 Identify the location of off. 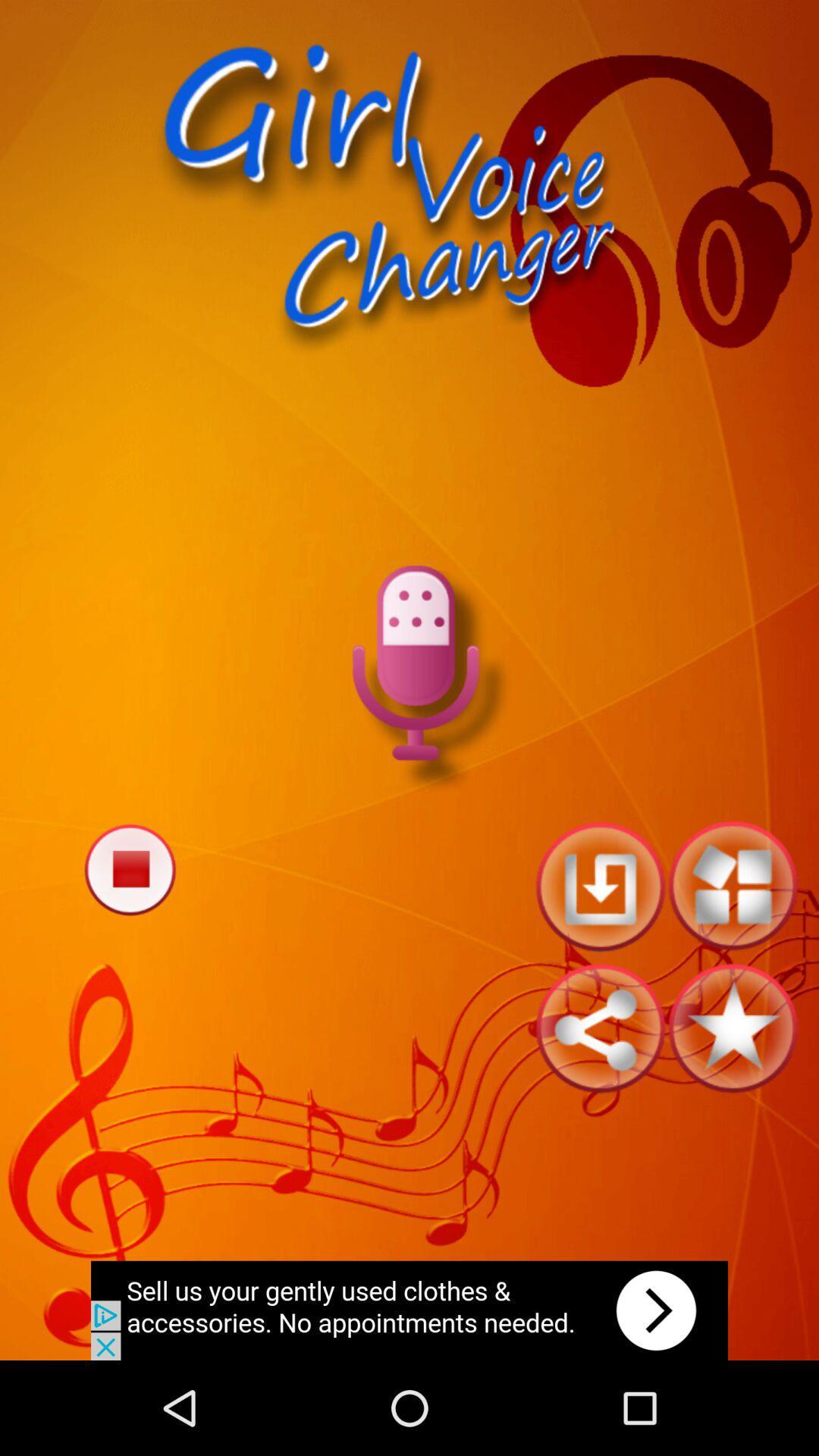
(129, 869).